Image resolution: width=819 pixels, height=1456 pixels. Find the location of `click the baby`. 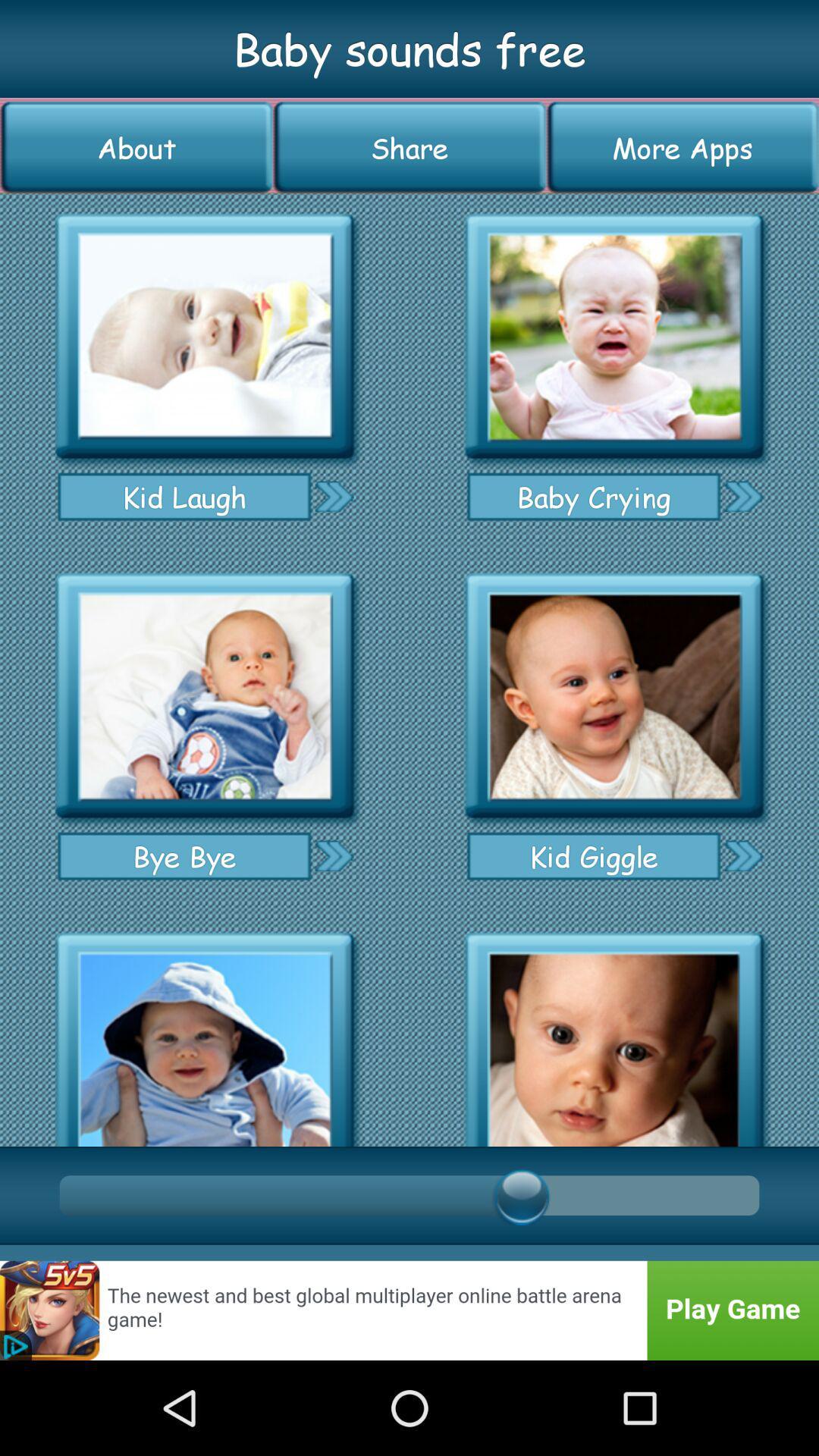

click the baby is located at coordinates (614, 336).